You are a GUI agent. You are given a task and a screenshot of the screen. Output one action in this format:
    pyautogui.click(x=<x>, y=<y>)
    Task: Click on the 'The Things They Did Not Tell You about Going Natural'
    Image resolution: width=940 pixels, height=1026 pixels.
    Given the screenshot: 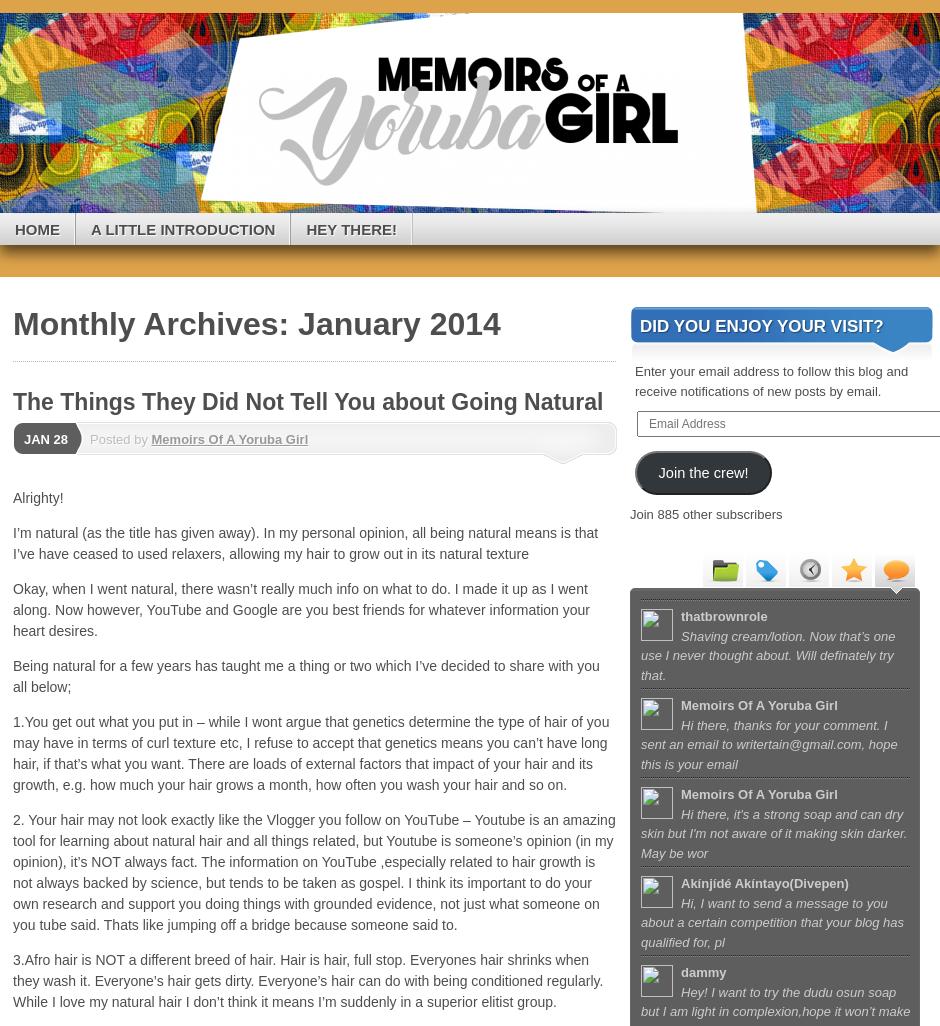 What is the action you would take?
    pyautogui.click(x=12, y=399)
    